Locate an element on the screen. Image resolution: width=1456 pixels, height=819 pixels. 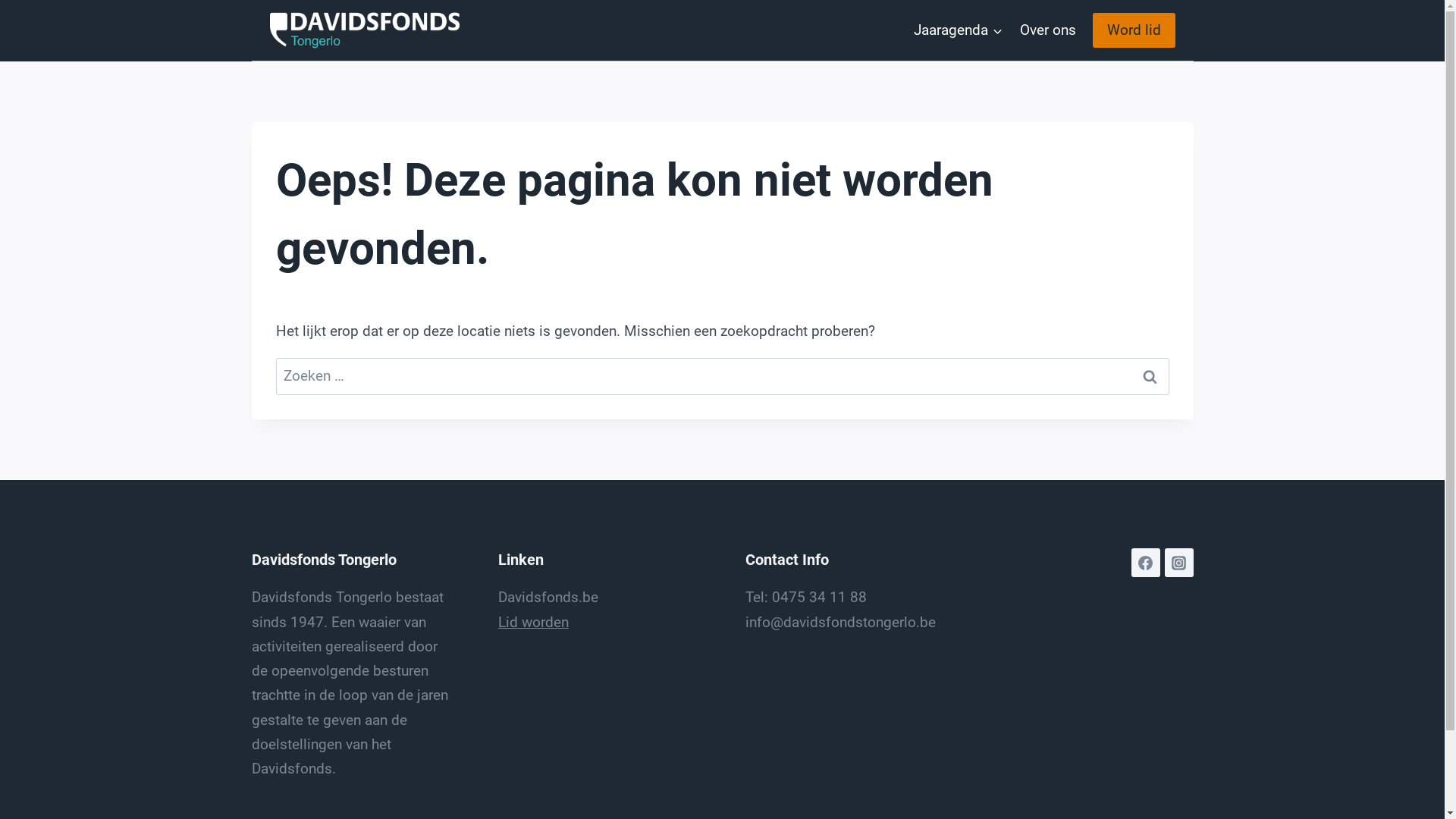
'Jaaragenda' is located at coordinates (957, 30).